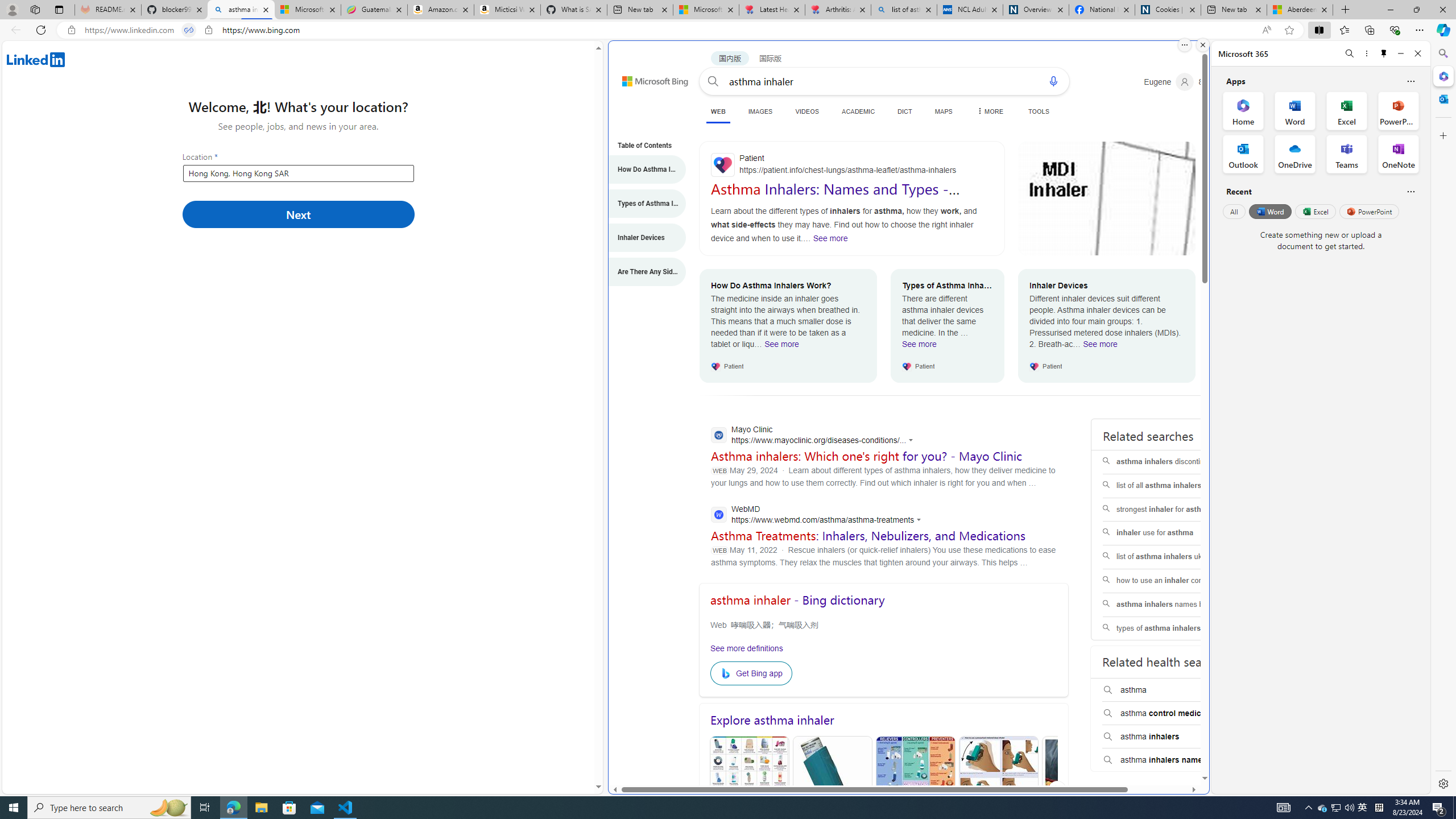 This screenshot has width=1456, height=819. I want to click on 'TOOLS', so click(1039, 111).